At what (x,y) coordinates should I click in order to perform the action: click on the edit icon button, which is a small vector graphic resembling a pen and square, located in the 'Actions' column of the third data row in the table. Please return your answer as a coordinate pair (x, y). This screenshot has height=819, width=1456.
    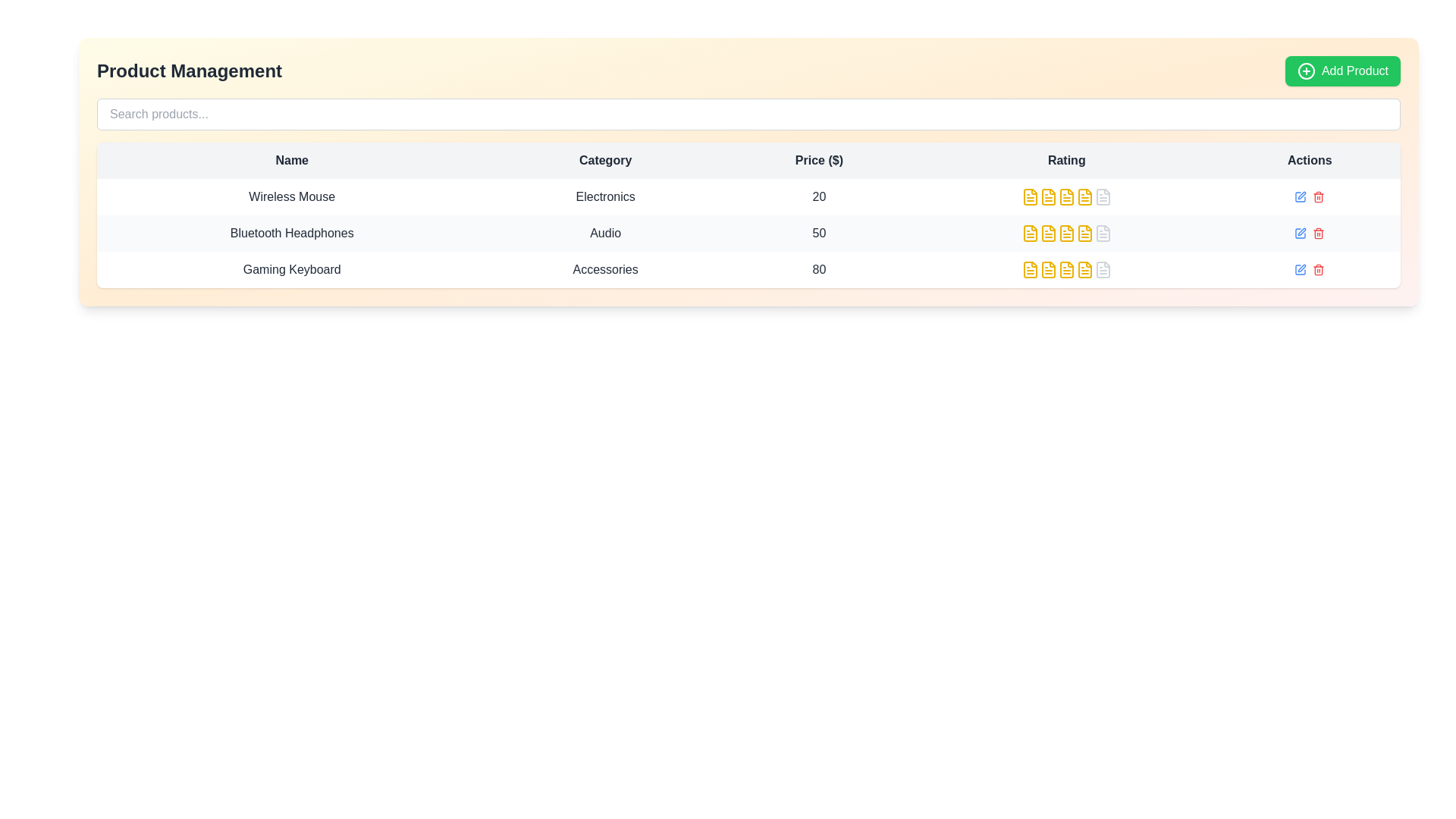
    Looking at the image, I should click on (1301, 231).